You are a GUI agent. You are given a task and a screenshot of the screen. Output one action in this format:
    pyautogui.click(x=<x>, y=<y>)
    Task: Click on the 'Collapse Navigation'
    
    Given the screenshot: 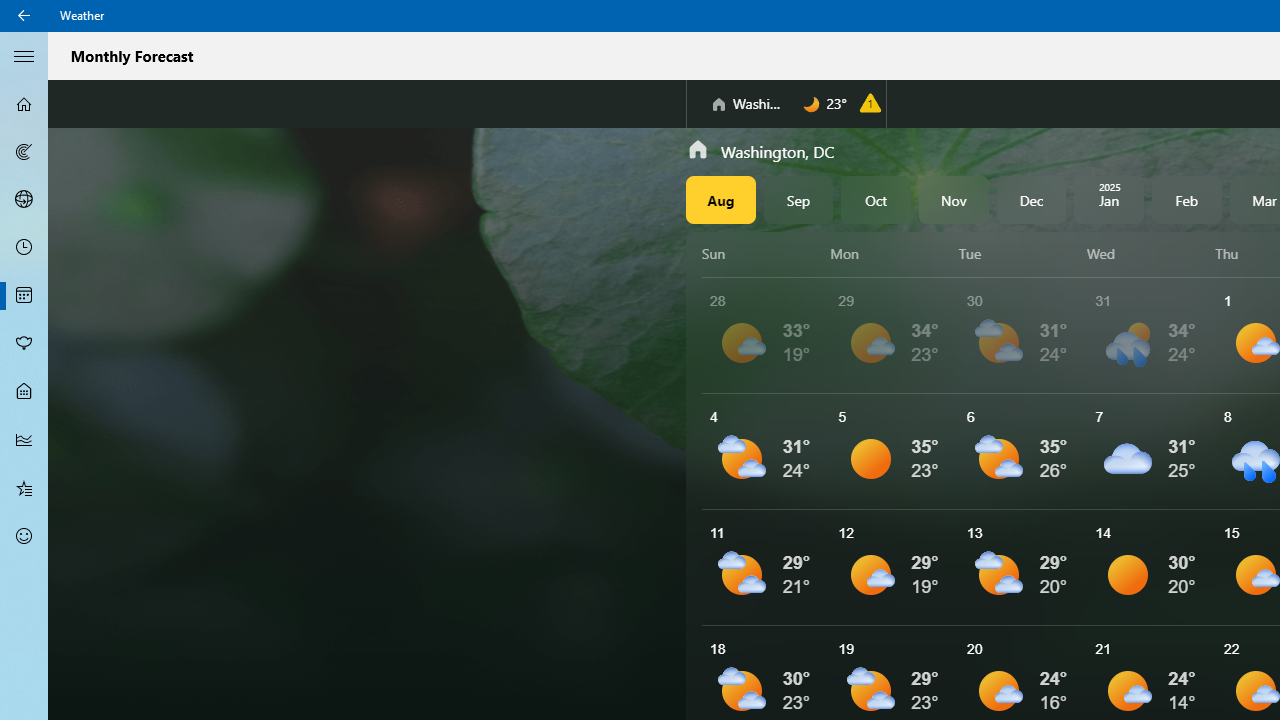 What is the action you would take?
    pyautogui.click(x=24, y=54)
    